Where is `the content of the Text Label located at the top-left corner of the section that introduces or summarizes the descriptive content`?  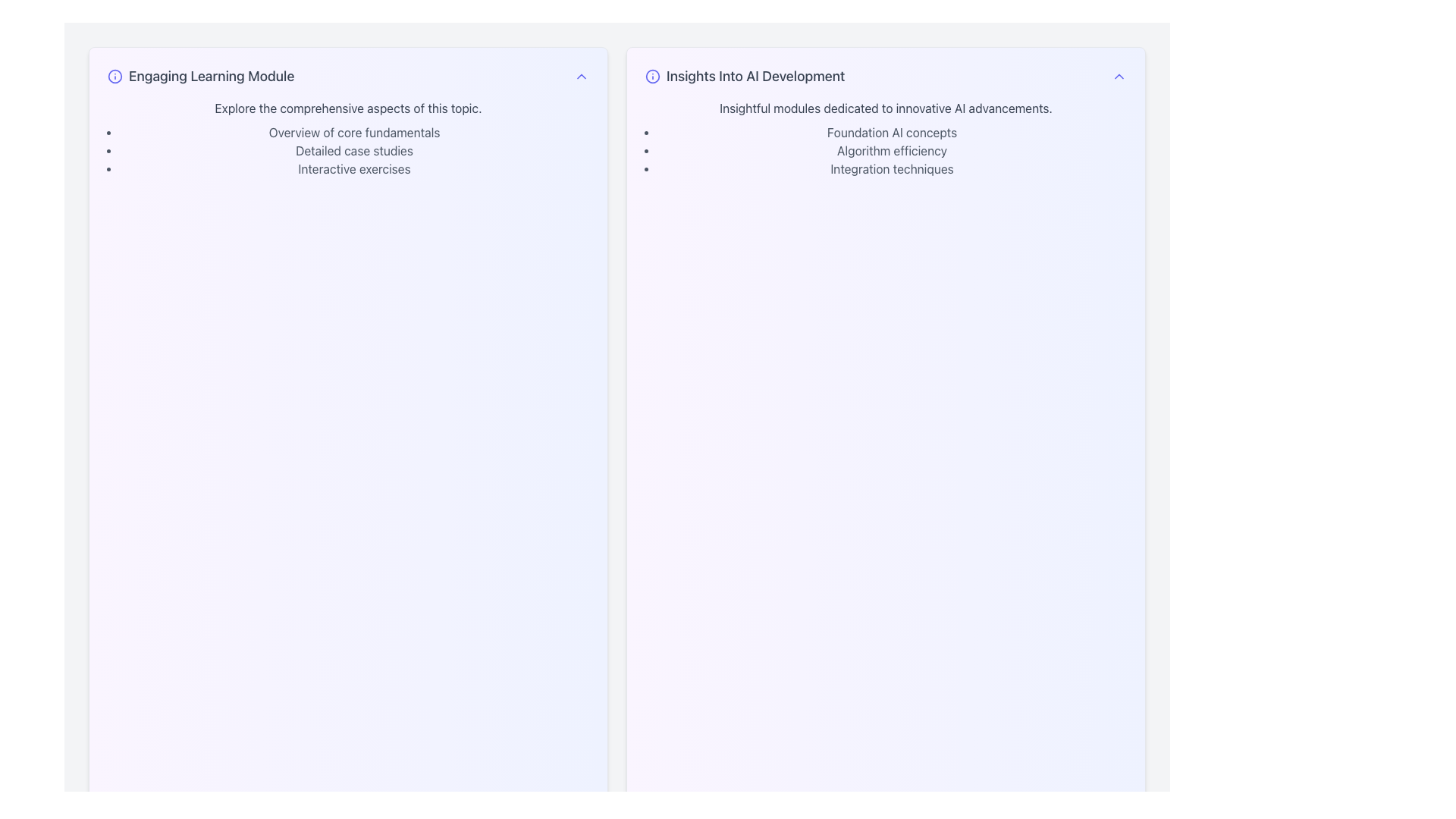
the content of the Text Label located at the top-left corner of the section that introduces or summarizes the descriptive content is located at coordinates (200, 76).